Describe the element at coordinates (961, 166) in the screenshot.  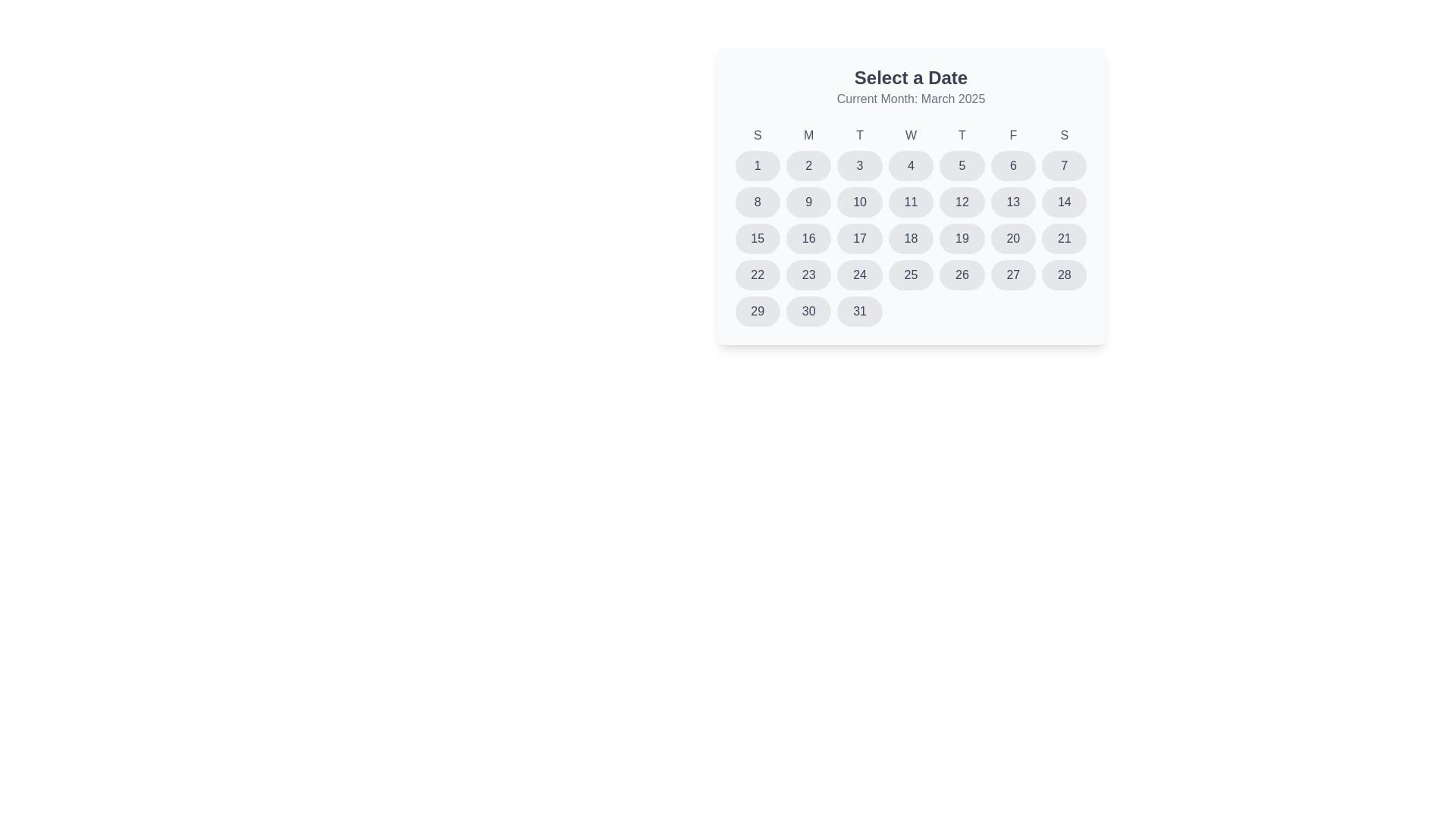
I see `the circular button displaying the number '5' to activate the hover effect` at that location.